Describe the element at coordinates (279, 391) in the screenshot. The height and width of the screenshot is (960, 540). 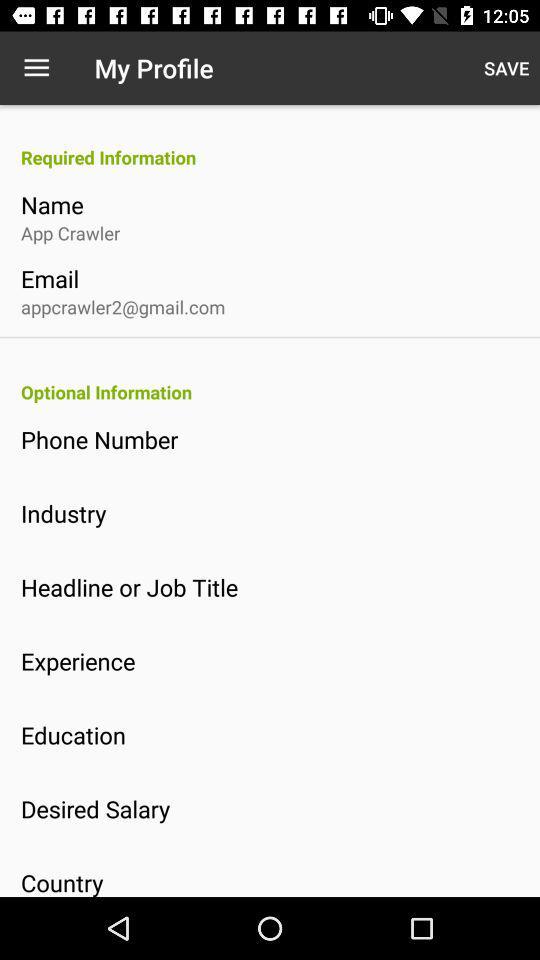
I see `optional information icon` at that location.